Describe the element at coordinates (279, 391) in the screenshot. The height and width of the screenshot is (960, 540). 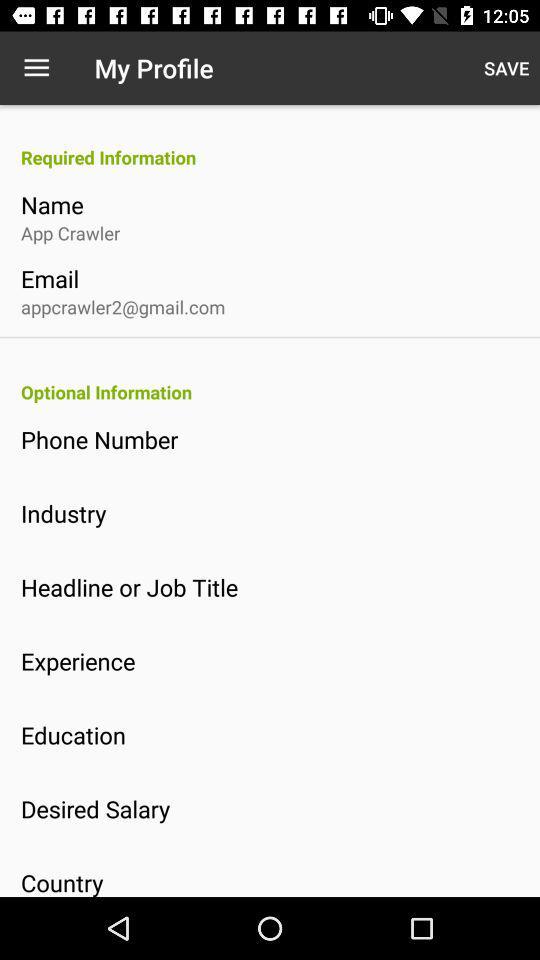
I see `optional information icon` at that location.